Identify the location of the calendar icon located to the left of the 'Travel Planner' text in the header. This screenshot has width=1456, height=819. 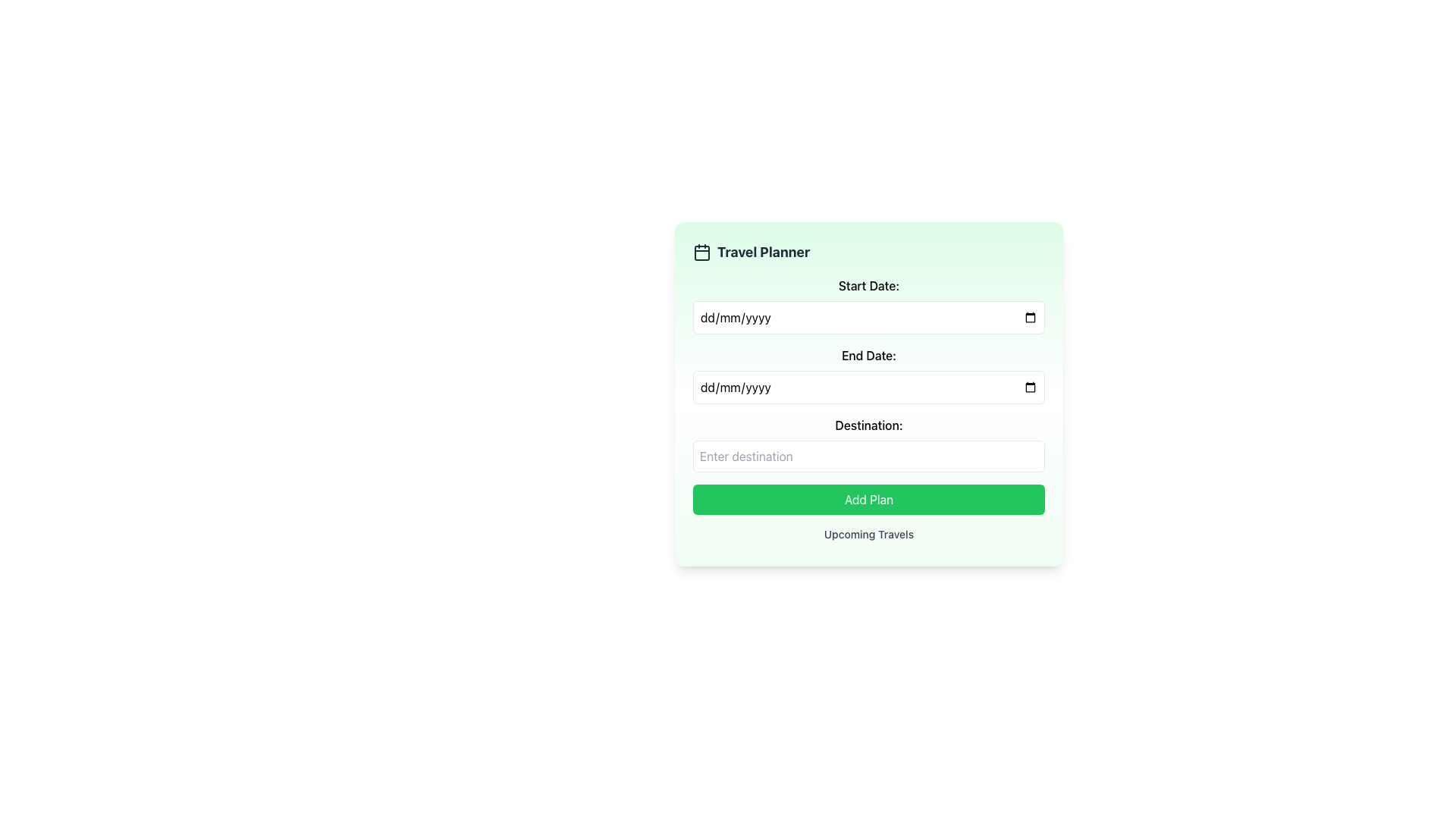
(701, 251).